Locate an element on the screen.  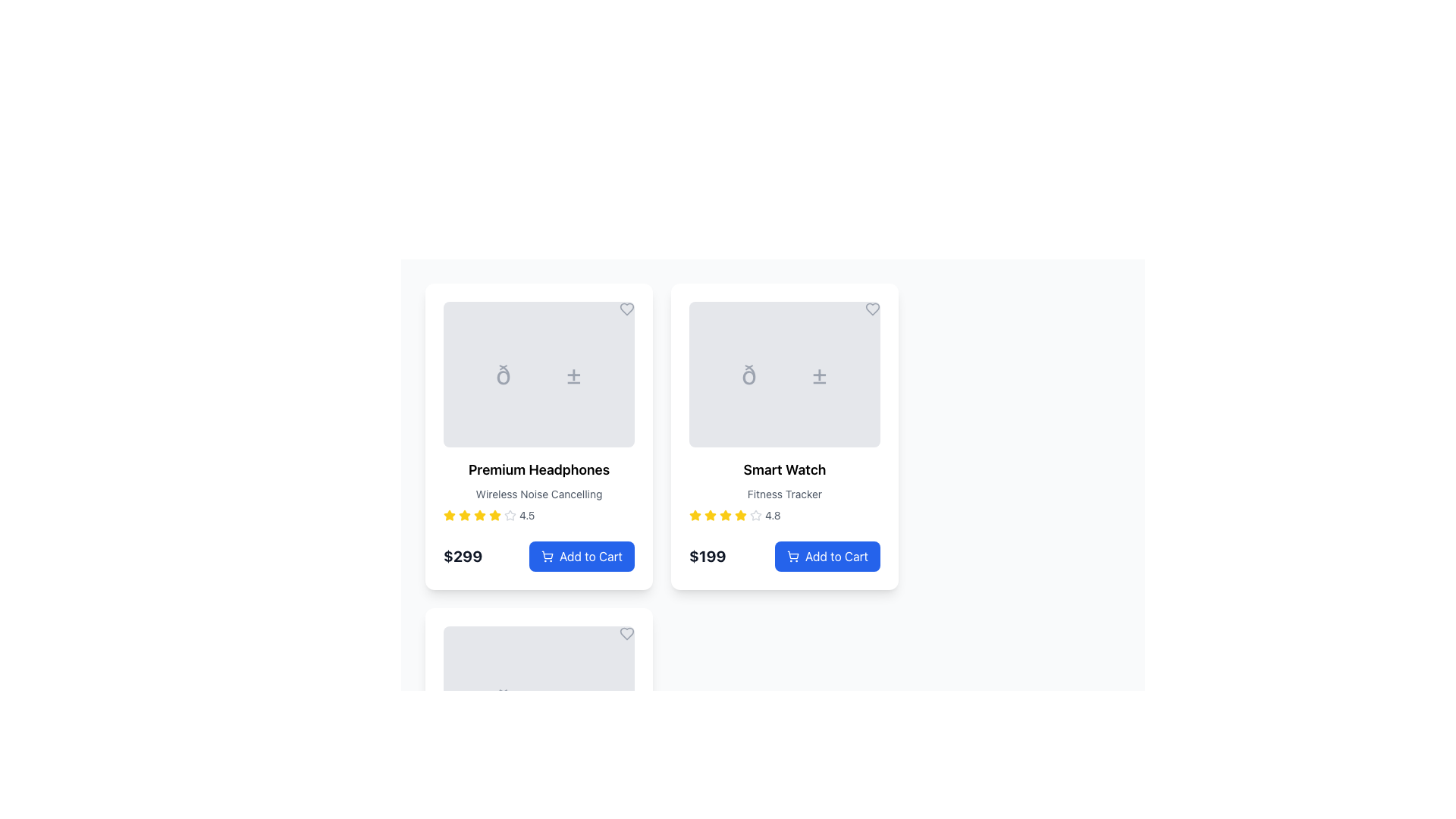
the 'Add to Cart' button with a blue background and white text located in the bottom-right corner of the 'Premium Headphones' card to change its background color is located at coordinates (581, 556).